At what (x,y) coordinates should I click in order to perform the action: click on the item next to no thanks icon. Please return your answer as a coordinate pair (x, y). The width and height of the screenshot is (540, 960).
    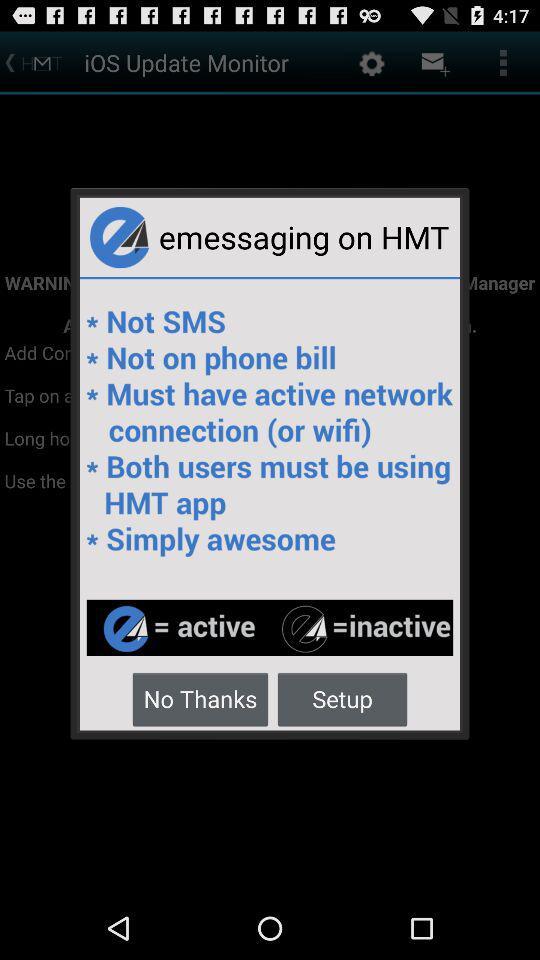
    Looking at the image, I should click on (341, 698).